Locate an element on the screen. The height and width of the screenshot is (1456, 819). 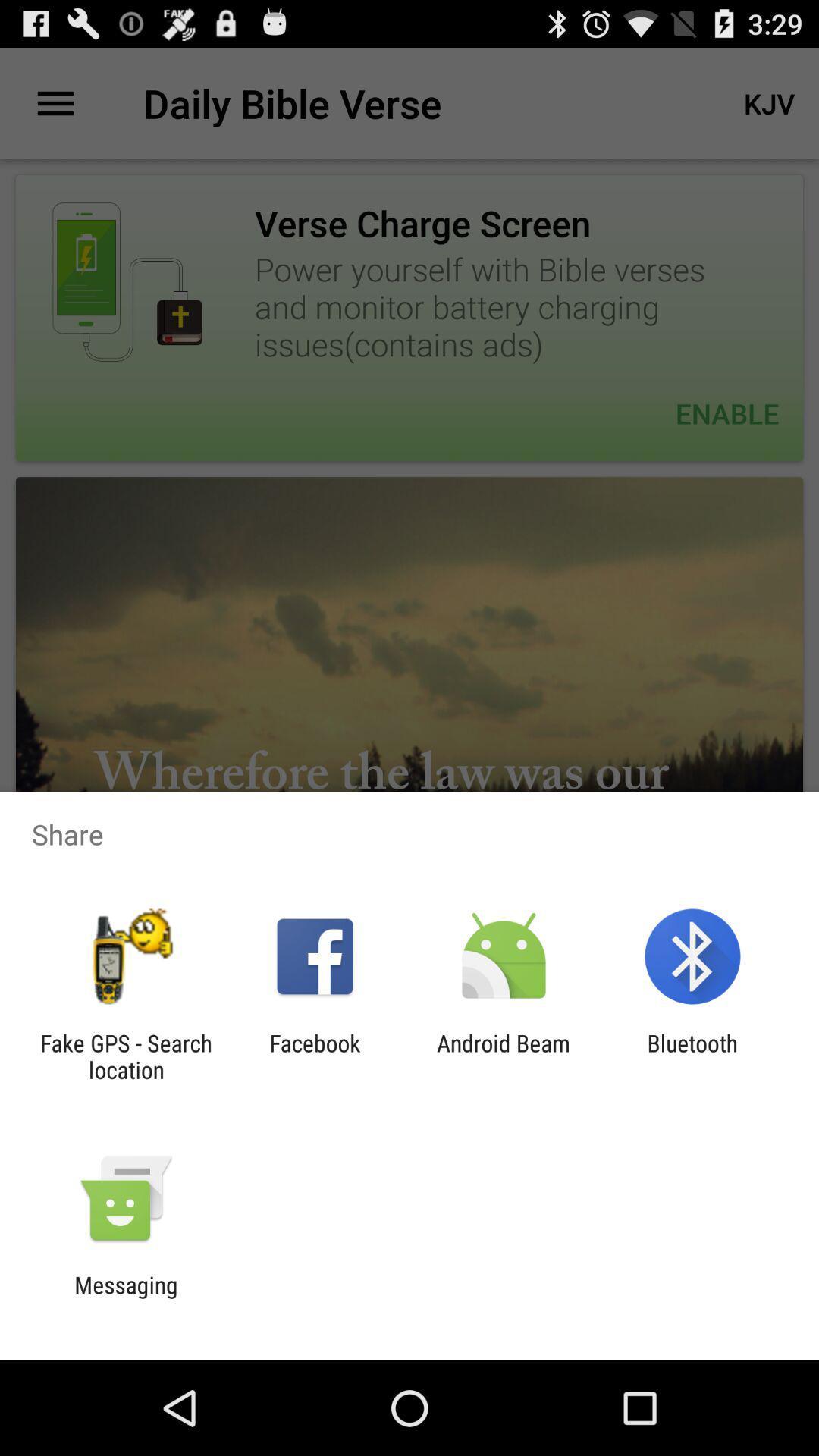
the item at the bottom right corner is located at coordinates (692, 1056).